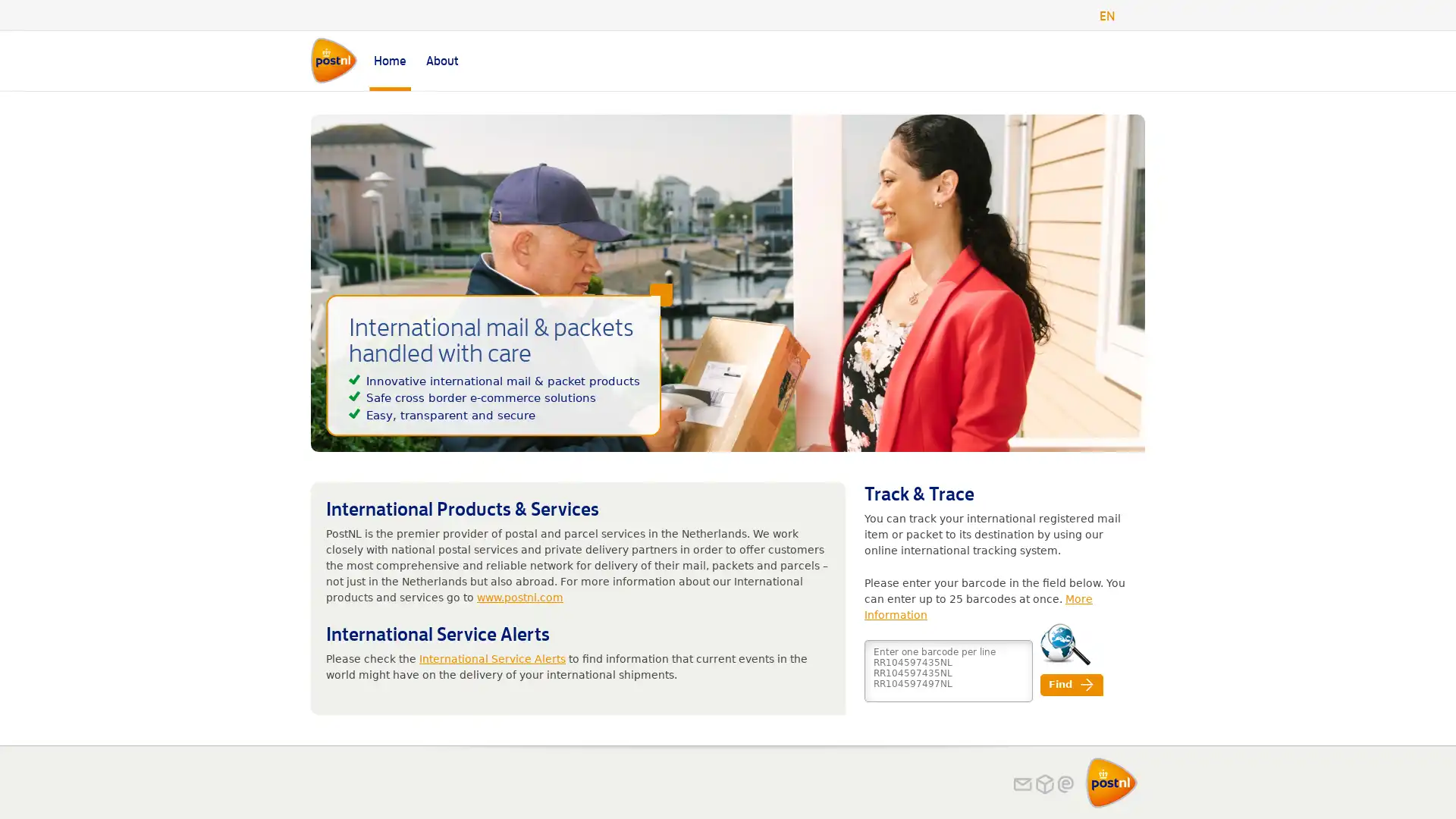 The image size is (1456, 819). I want to click on Find, so click(1071, 684).